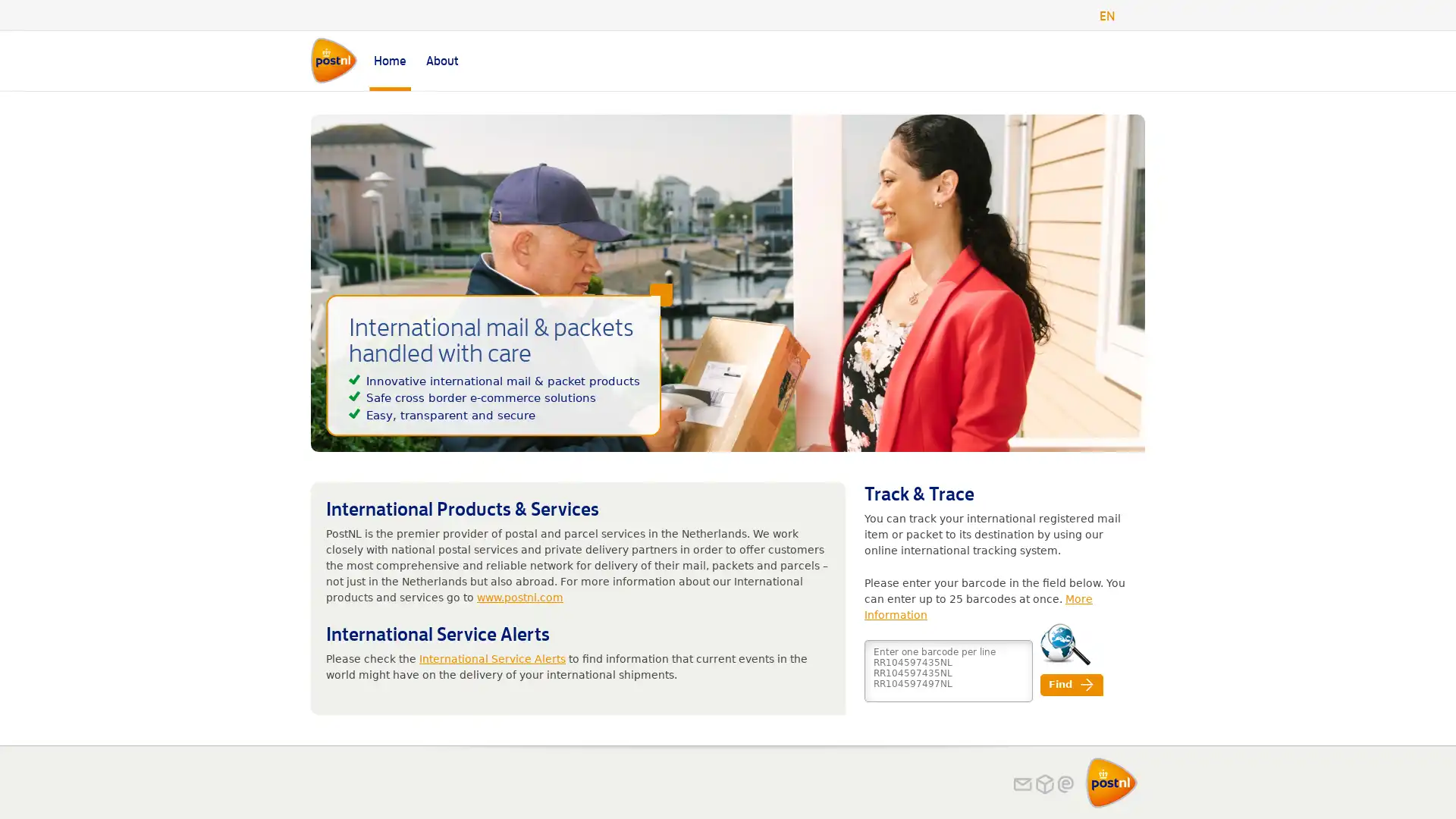 The image size is (1456, 819). I want to click on Find, so click(1071, 684).